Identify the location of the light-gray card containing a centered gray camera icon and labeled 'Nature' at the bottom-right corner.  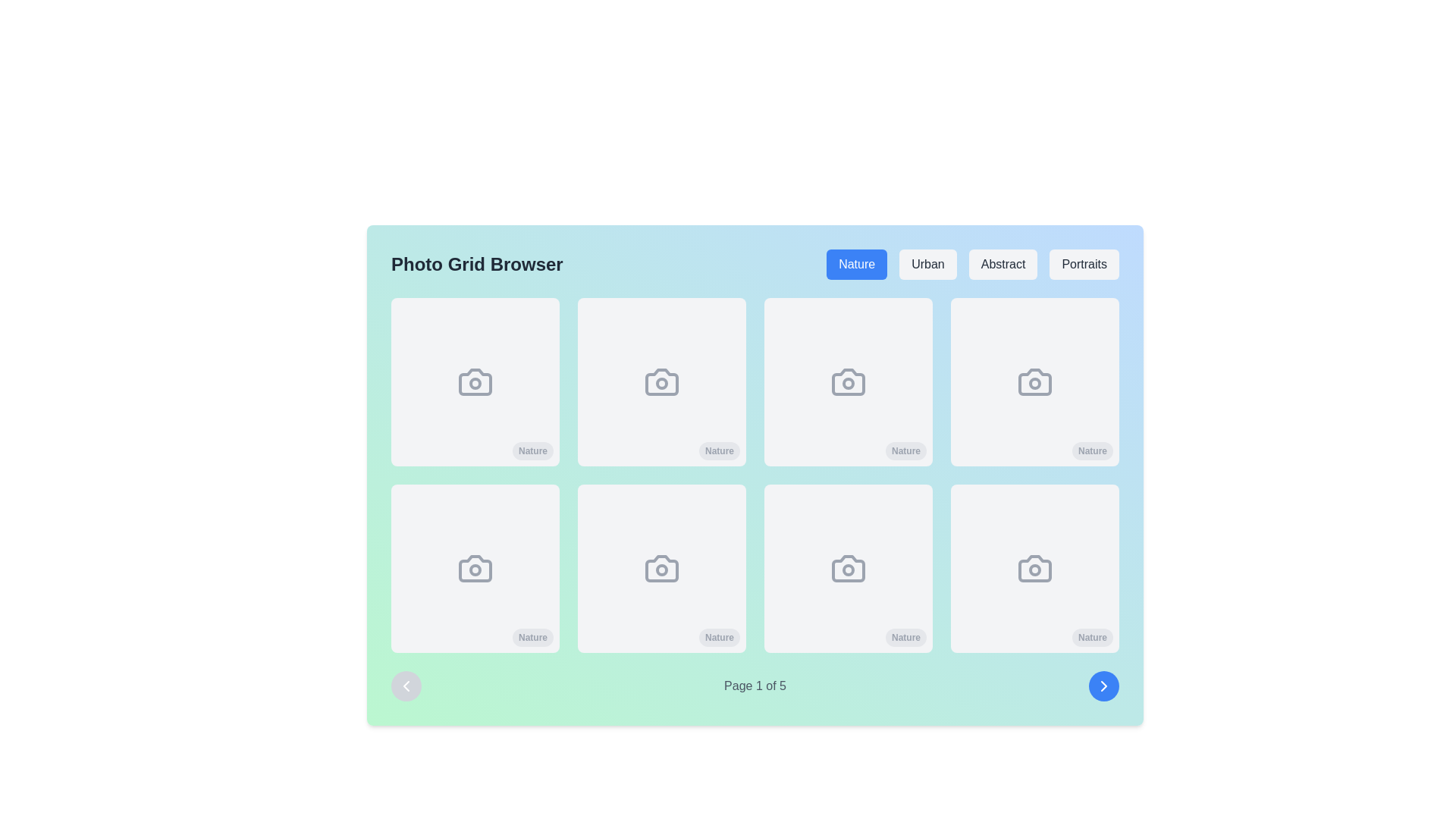
(662, 381).